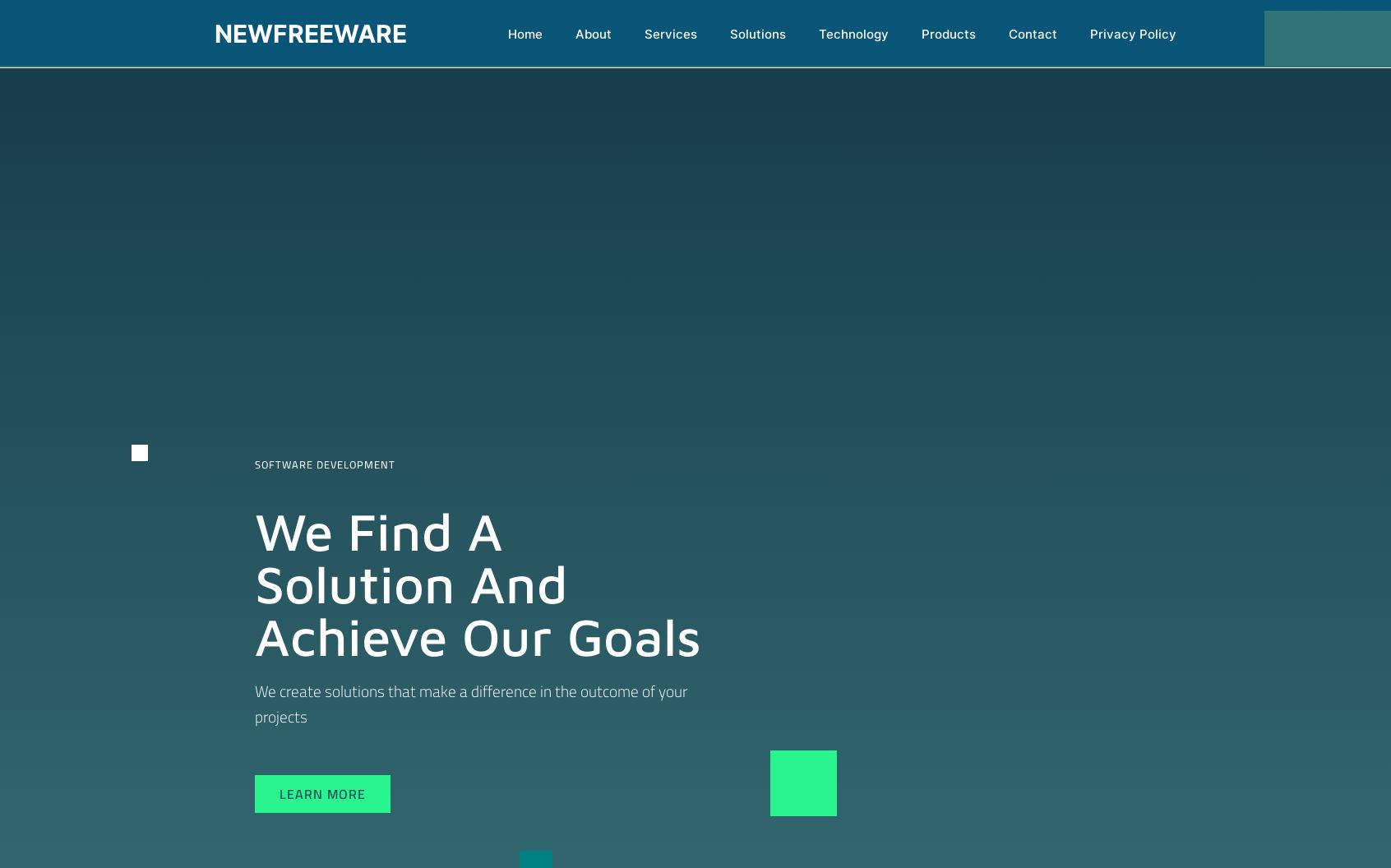 This screenshot has height=868, width=1391. What do you see at coordinates (310, 33) in the screenshot?
I see `'NEWFREEWARE'` at bounding box center [310, 33].